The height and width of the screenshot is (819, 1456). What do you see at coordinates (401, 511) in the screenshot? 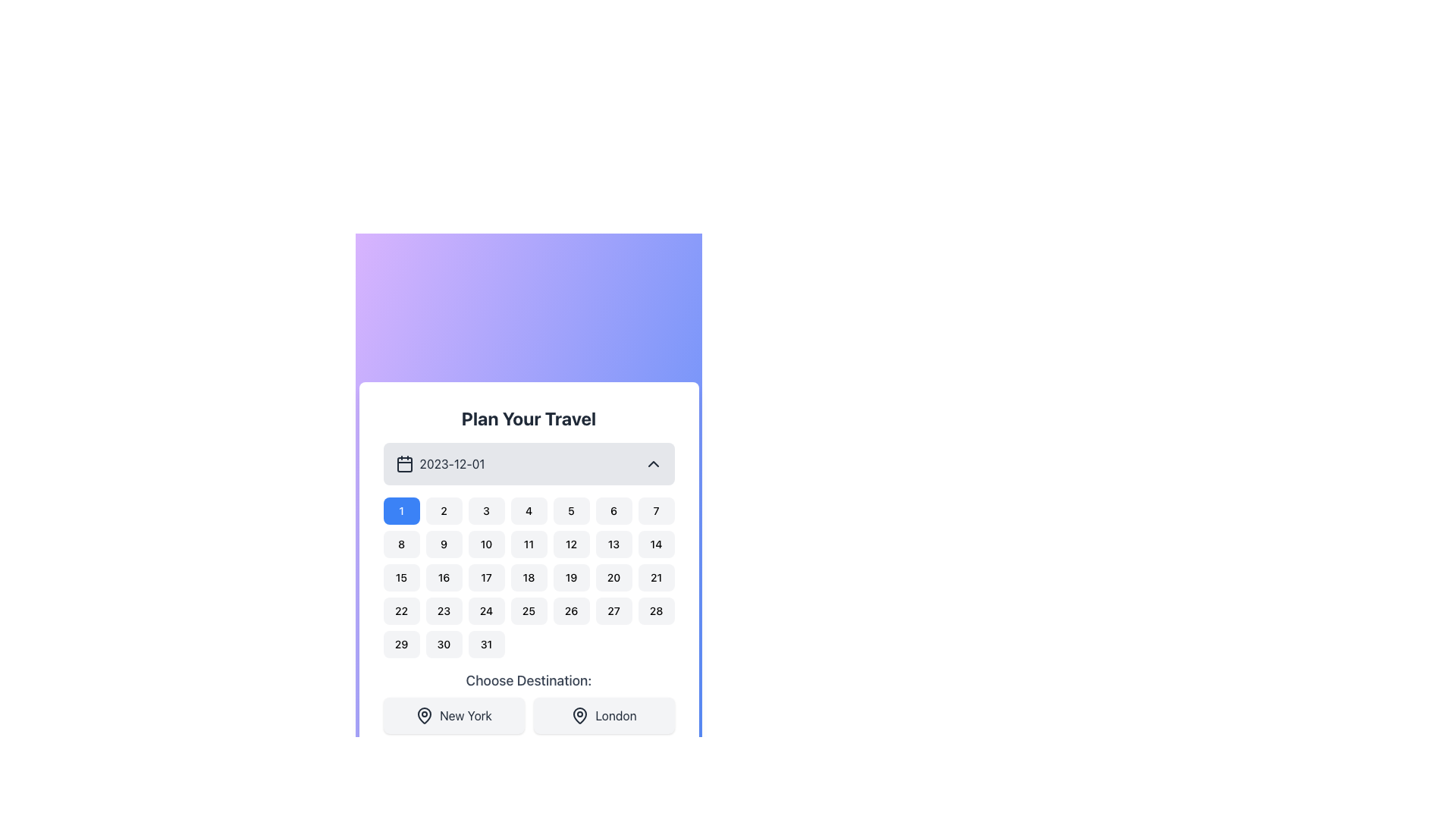
I see `the blue rectangular button labeled '1' with rounded corners` at bounding box center [401, 511].